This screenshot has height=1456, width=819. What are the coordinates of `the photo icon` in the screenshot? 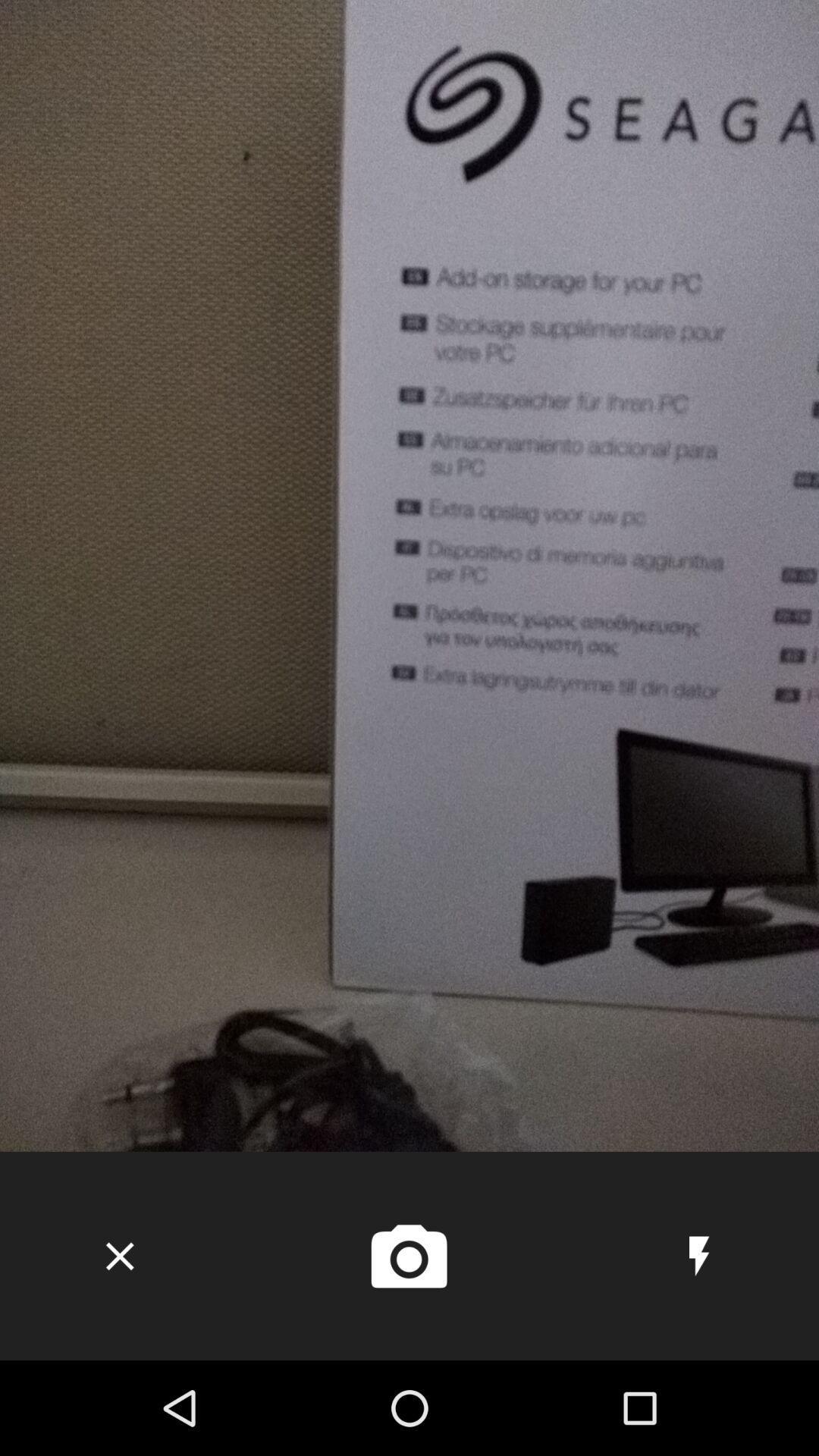 It's located at (408, 1256).